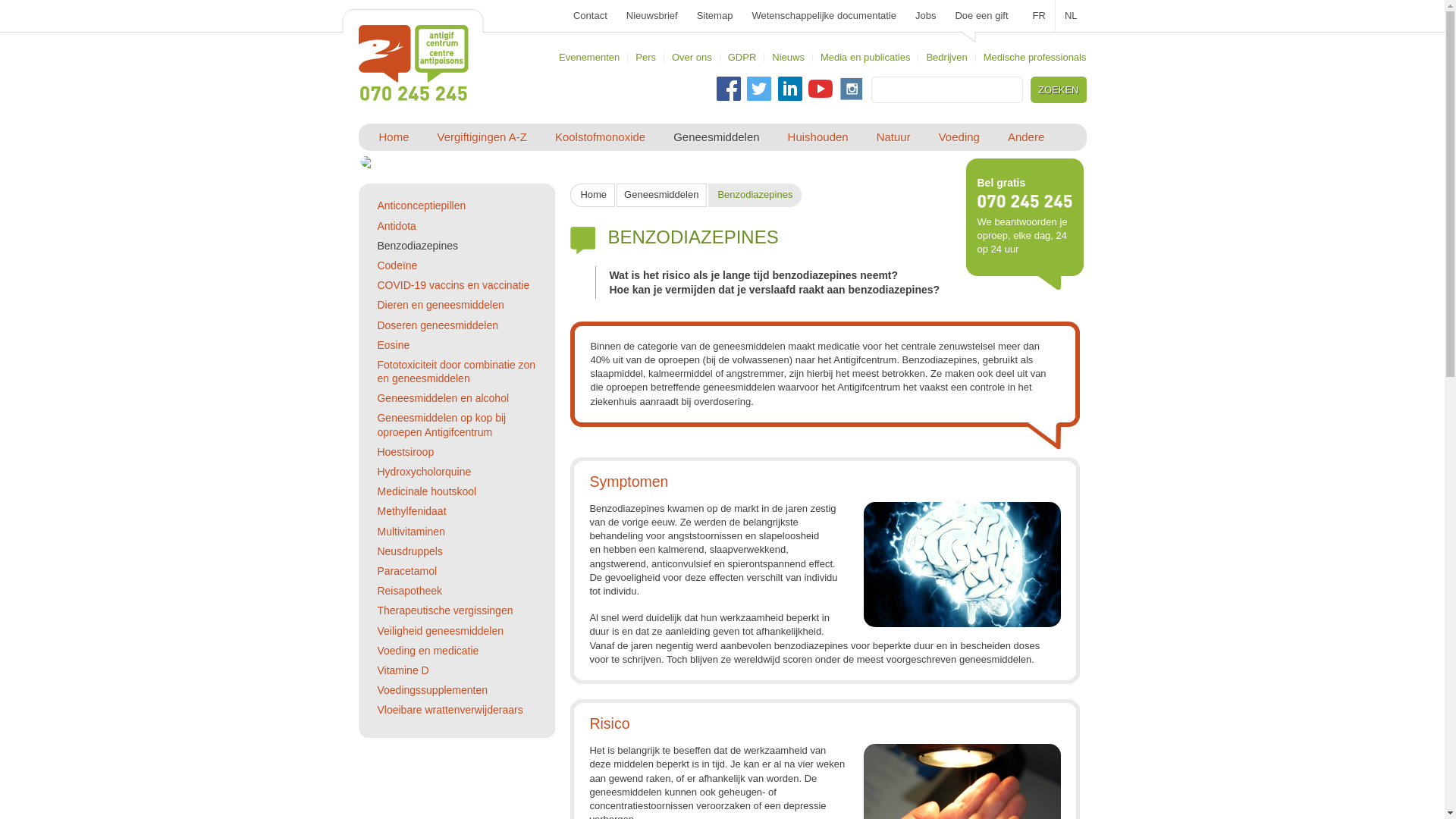 The width and height of the screenshot is (1456, 819). What do you see at coordinates (588, 56) in the screenshot?
I see `'Evenementen'` at bounding box center [588, 56].